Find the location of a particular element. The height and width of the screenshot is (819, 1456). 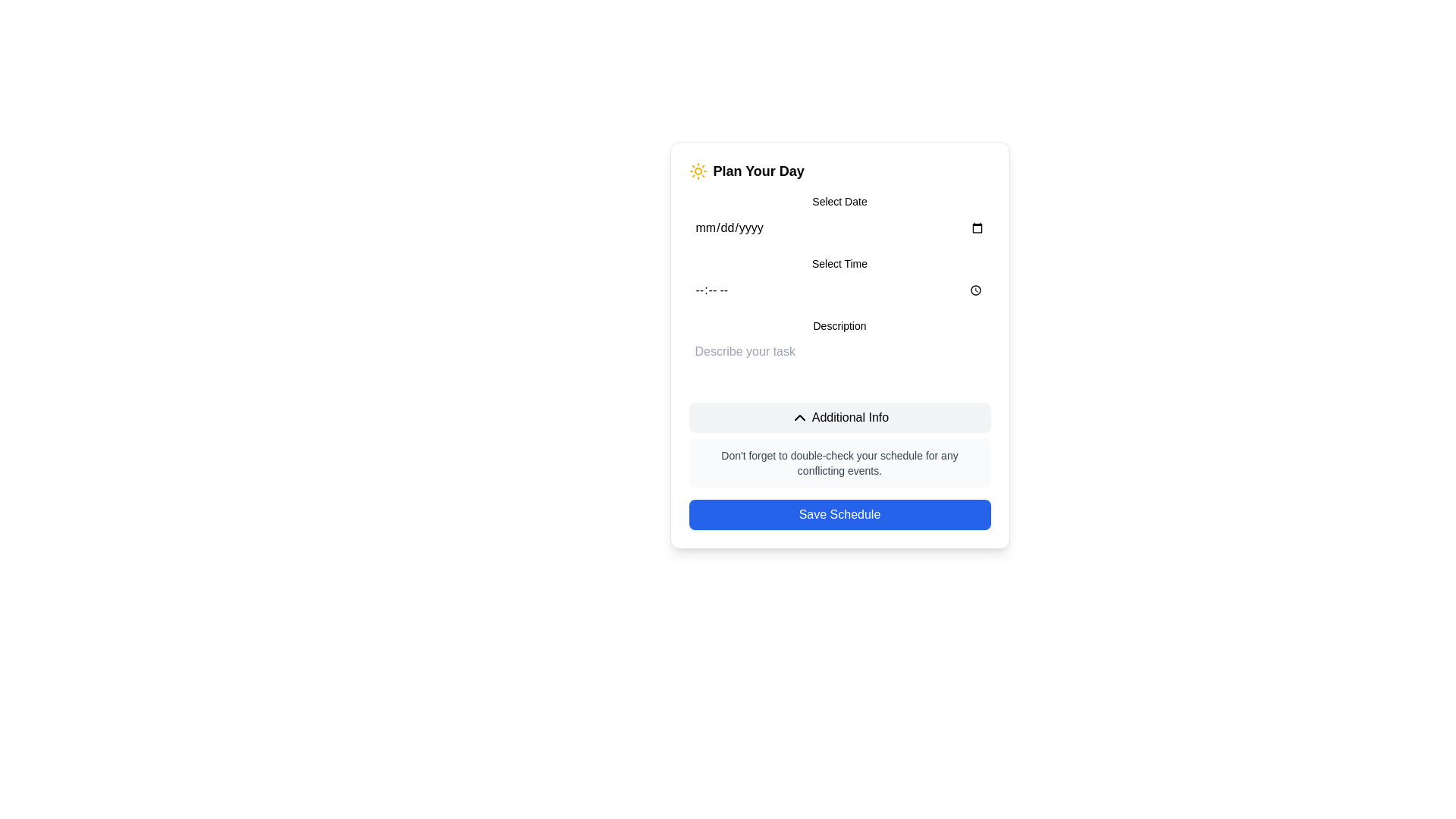

the Time input field to focus on it, which is the second input field in the form, located below the 'Select Date' field is located at coordinates (839, 281).